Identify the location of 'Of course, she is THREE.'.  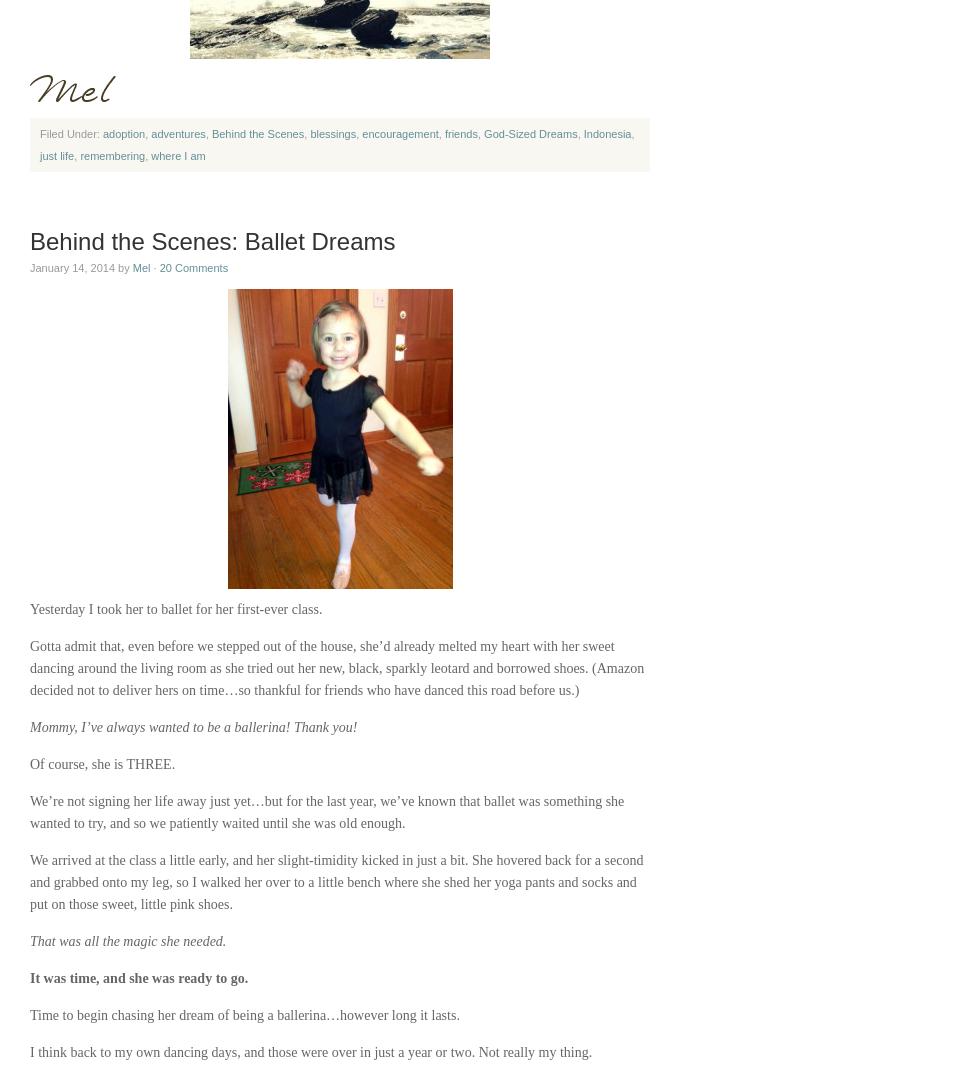
(29, 763).